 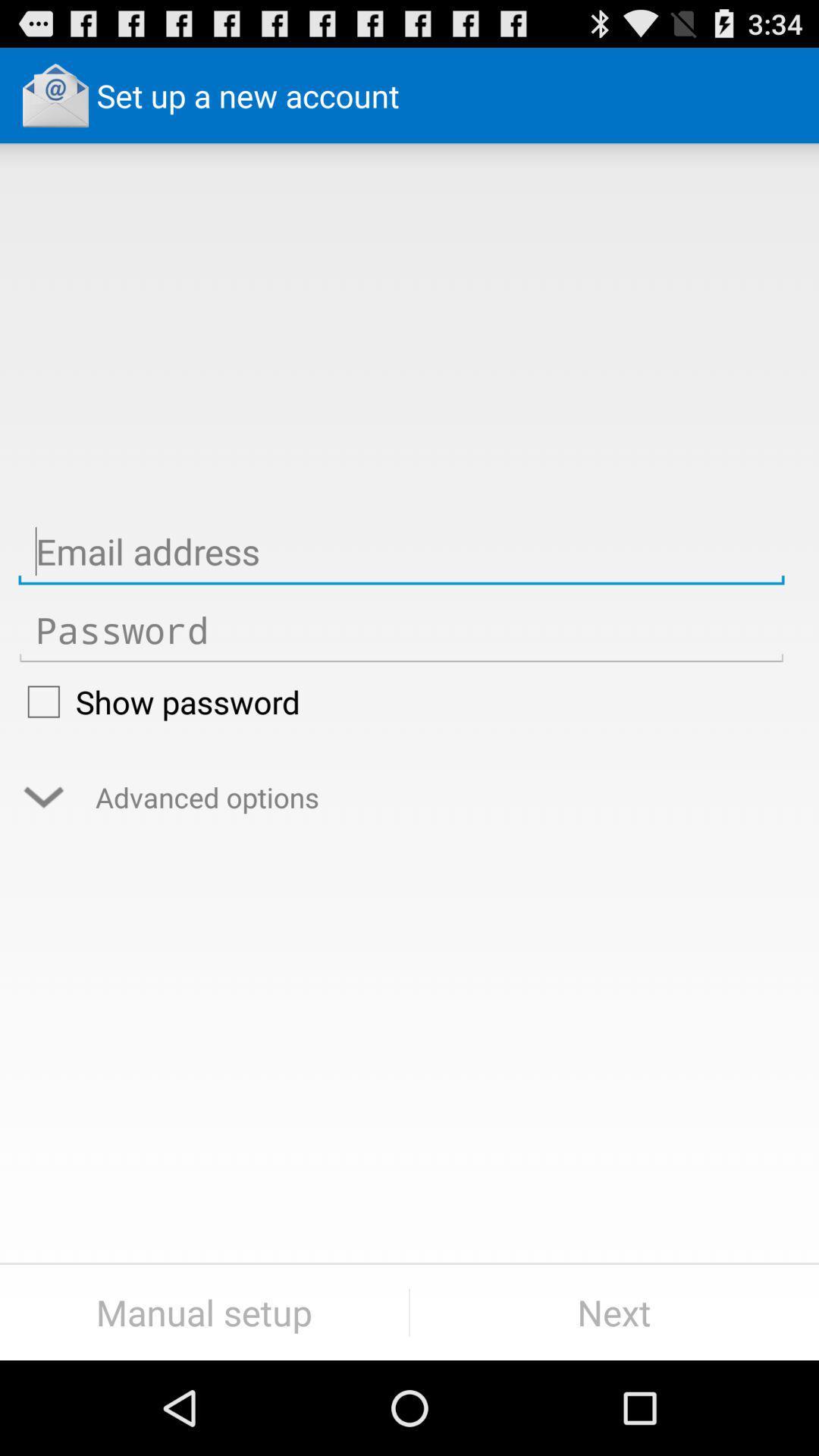 I want to click on the next icon, so click(x=614, y=1312).